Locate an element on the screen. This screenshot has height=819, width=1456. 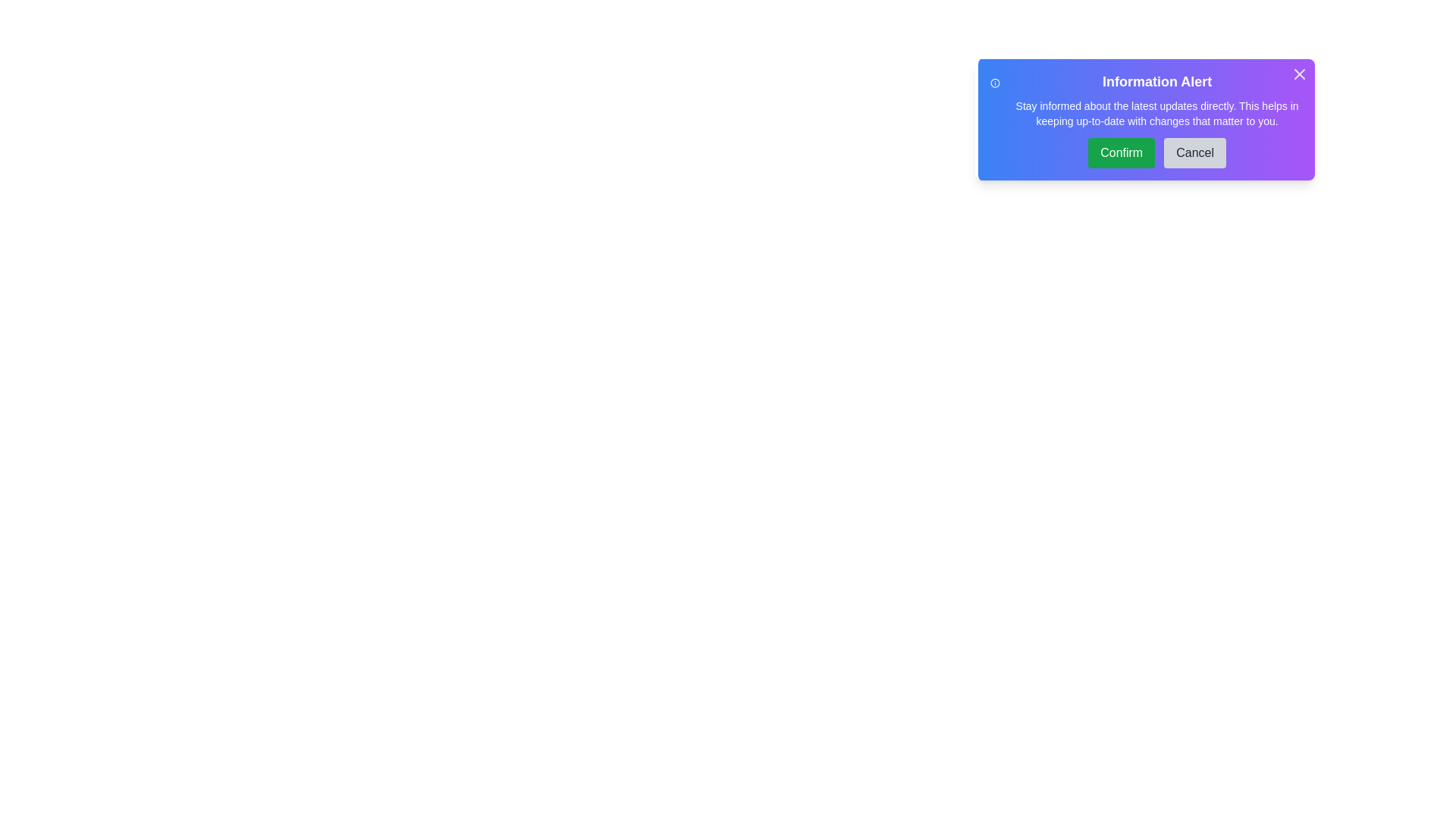
'Confirm' button to confirm the alert action is located at coordinates (1122, 152).